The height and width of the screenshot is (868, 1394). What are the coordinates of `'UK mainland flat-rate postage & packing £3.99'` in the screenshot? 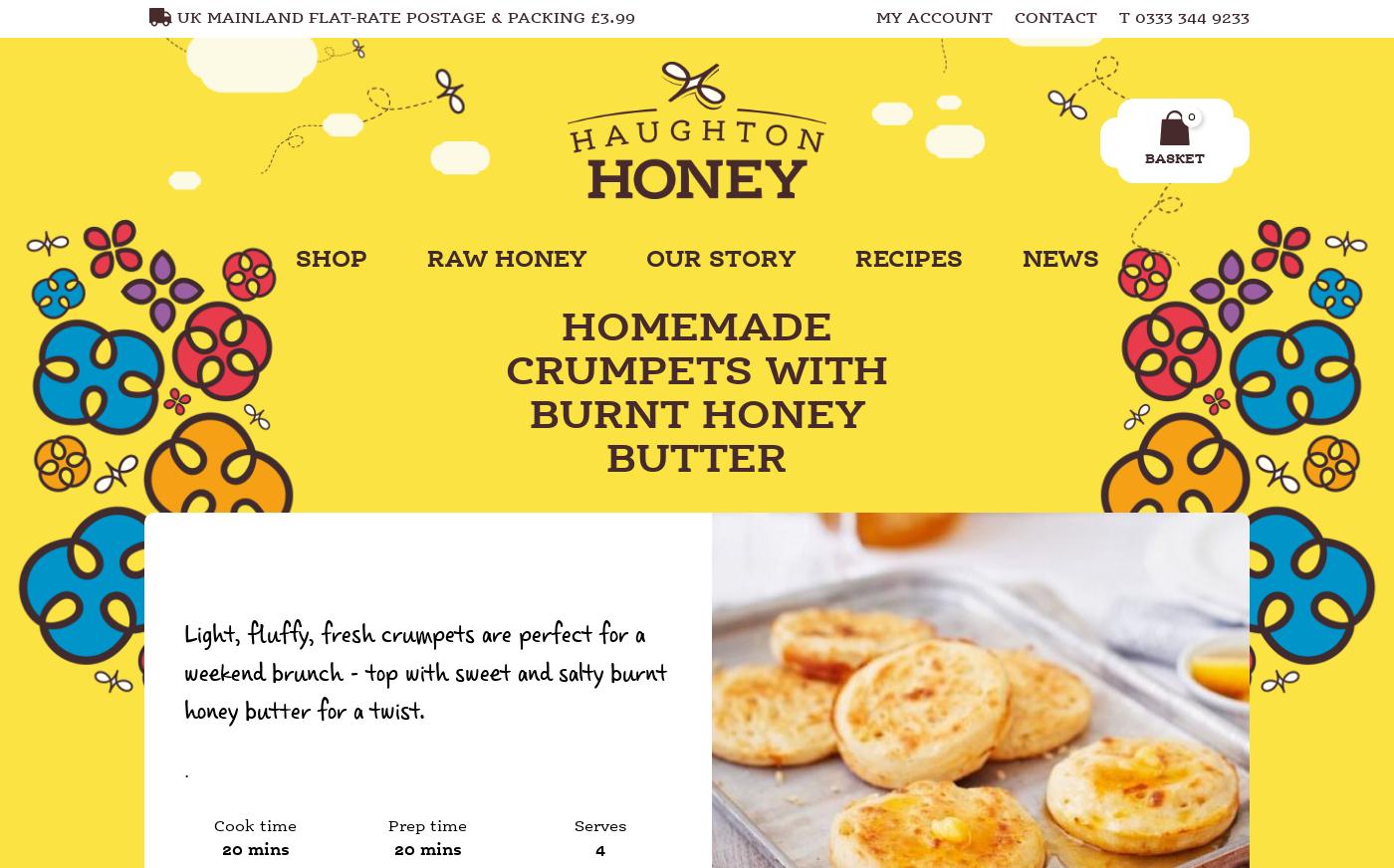 It's located at (175, 18).